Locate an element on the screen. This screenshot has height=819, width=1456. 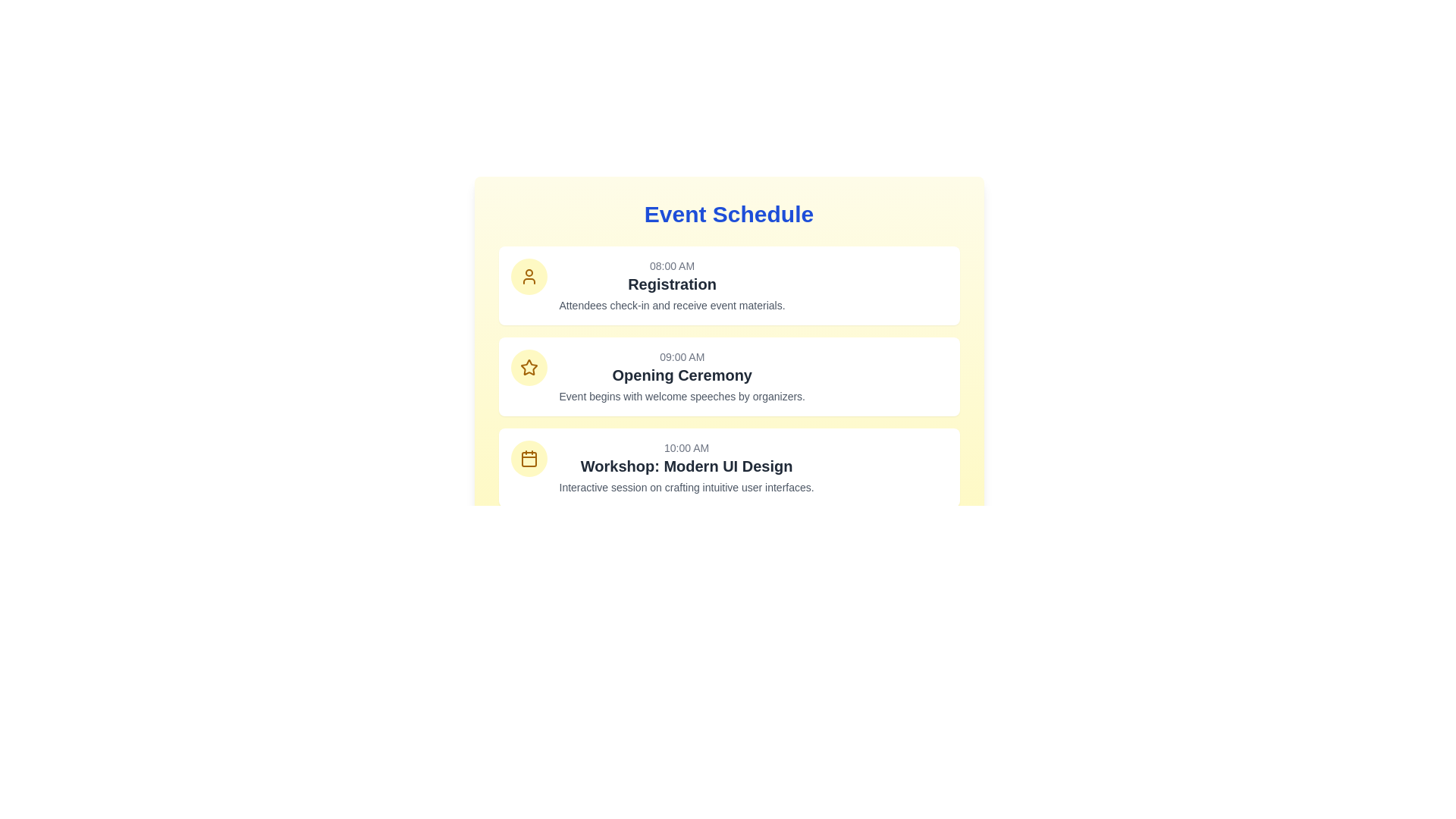
the calendar icon representing the event 'Workshop: Modern UI Design' located in the third row of the event schedule is located at coordinates (529, 458).